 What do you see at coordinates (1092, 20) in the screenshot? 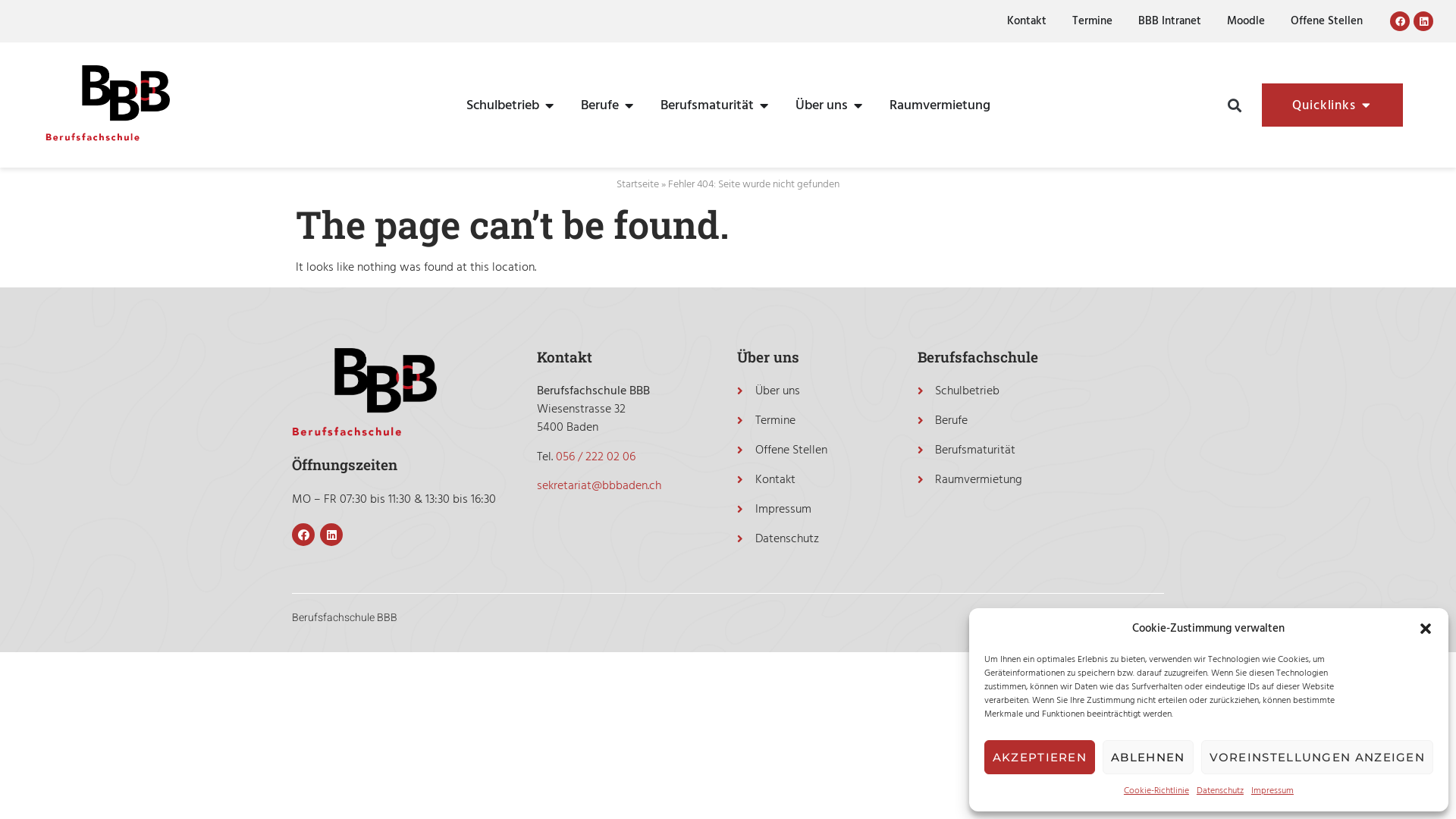
I see `'Termine'` at bounding box center [1092, 20].